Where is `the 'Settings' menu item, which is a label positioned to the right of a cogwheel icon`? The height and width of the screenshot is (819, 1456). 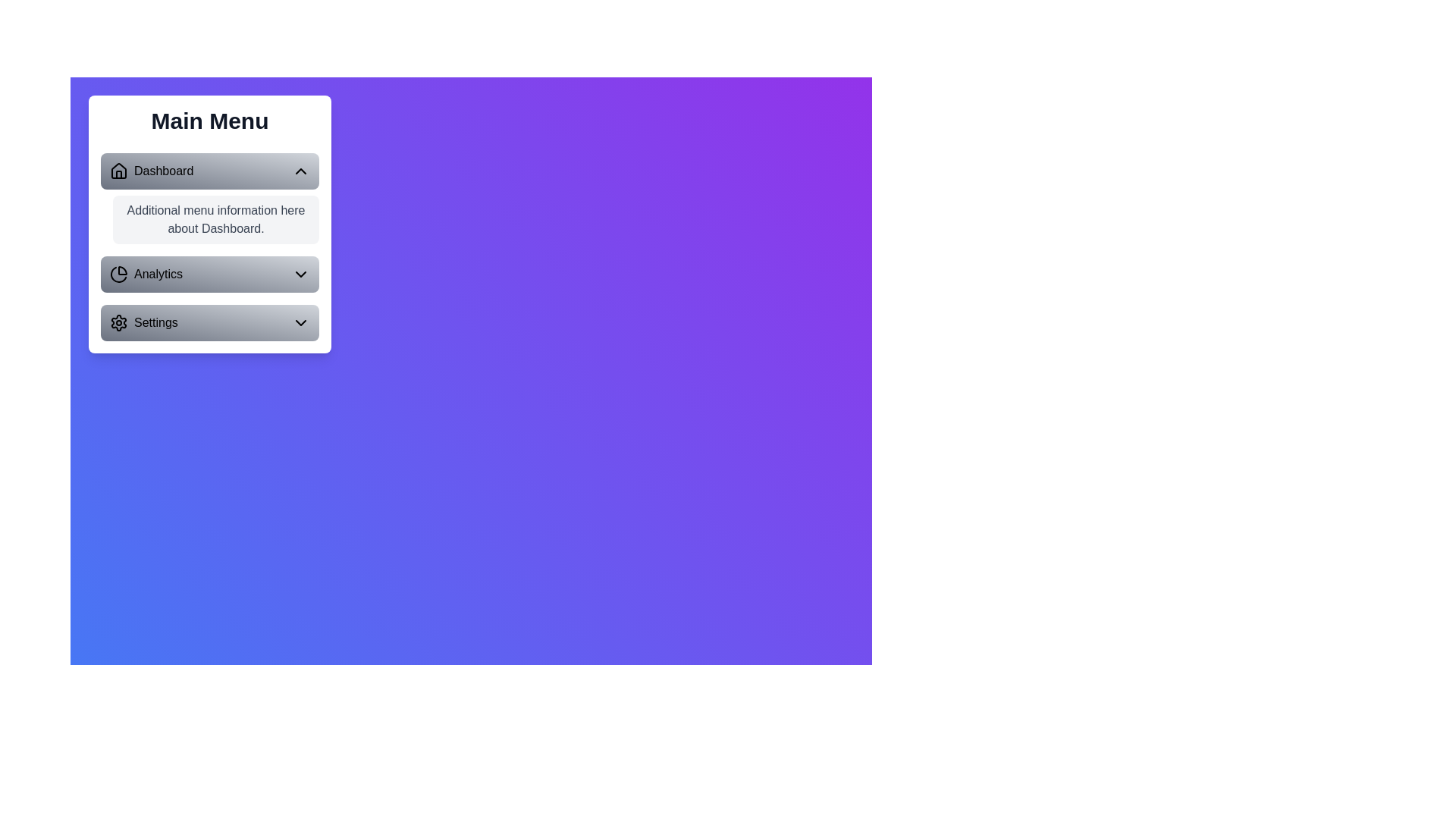 the 'Settings' menu item, which is a label positioned to the right of a cogwheel icon is located at coordinates (143, 322).